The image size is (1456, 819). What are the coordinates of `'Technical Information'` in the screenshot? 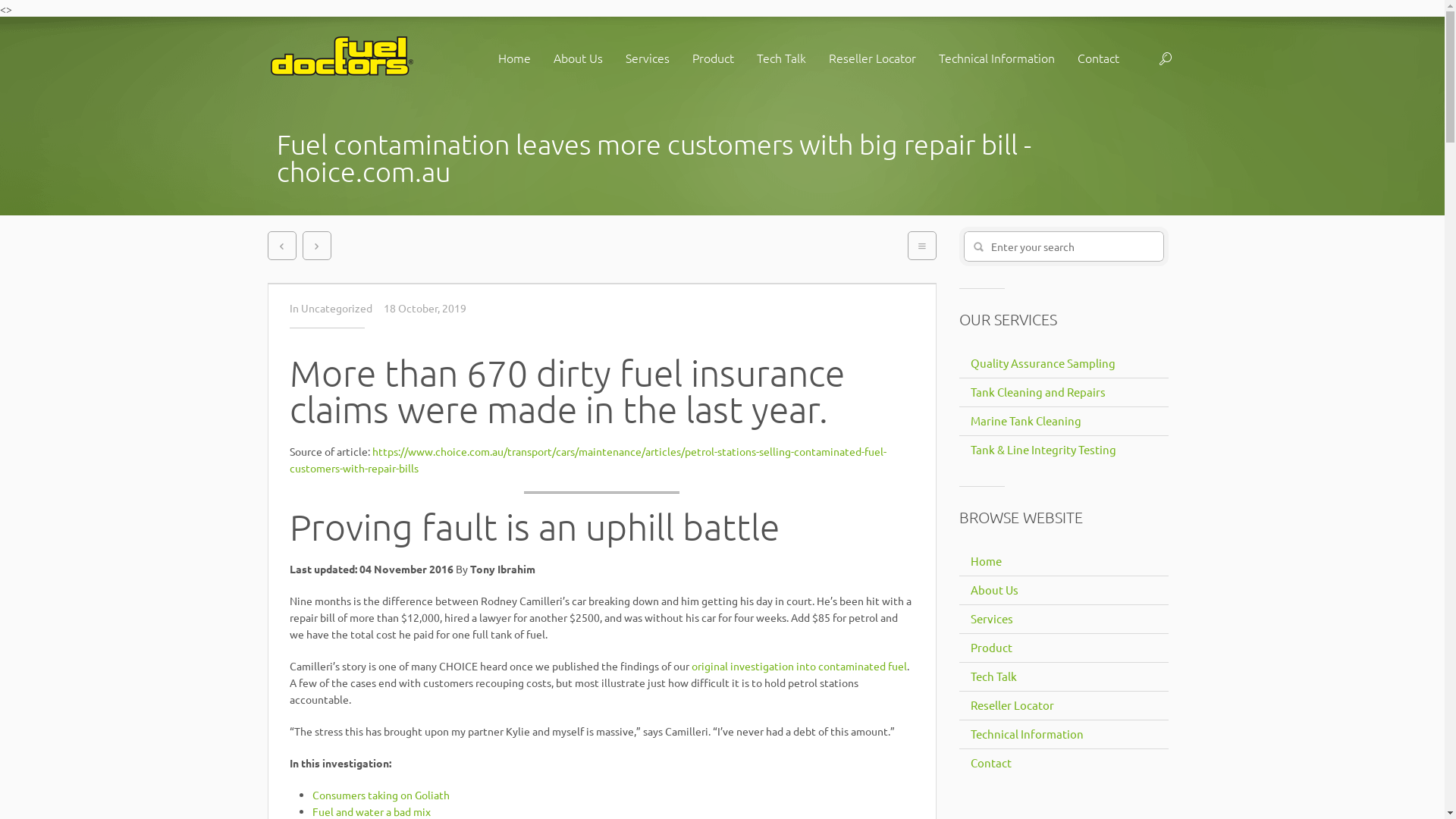 It's located at (1024, 733).